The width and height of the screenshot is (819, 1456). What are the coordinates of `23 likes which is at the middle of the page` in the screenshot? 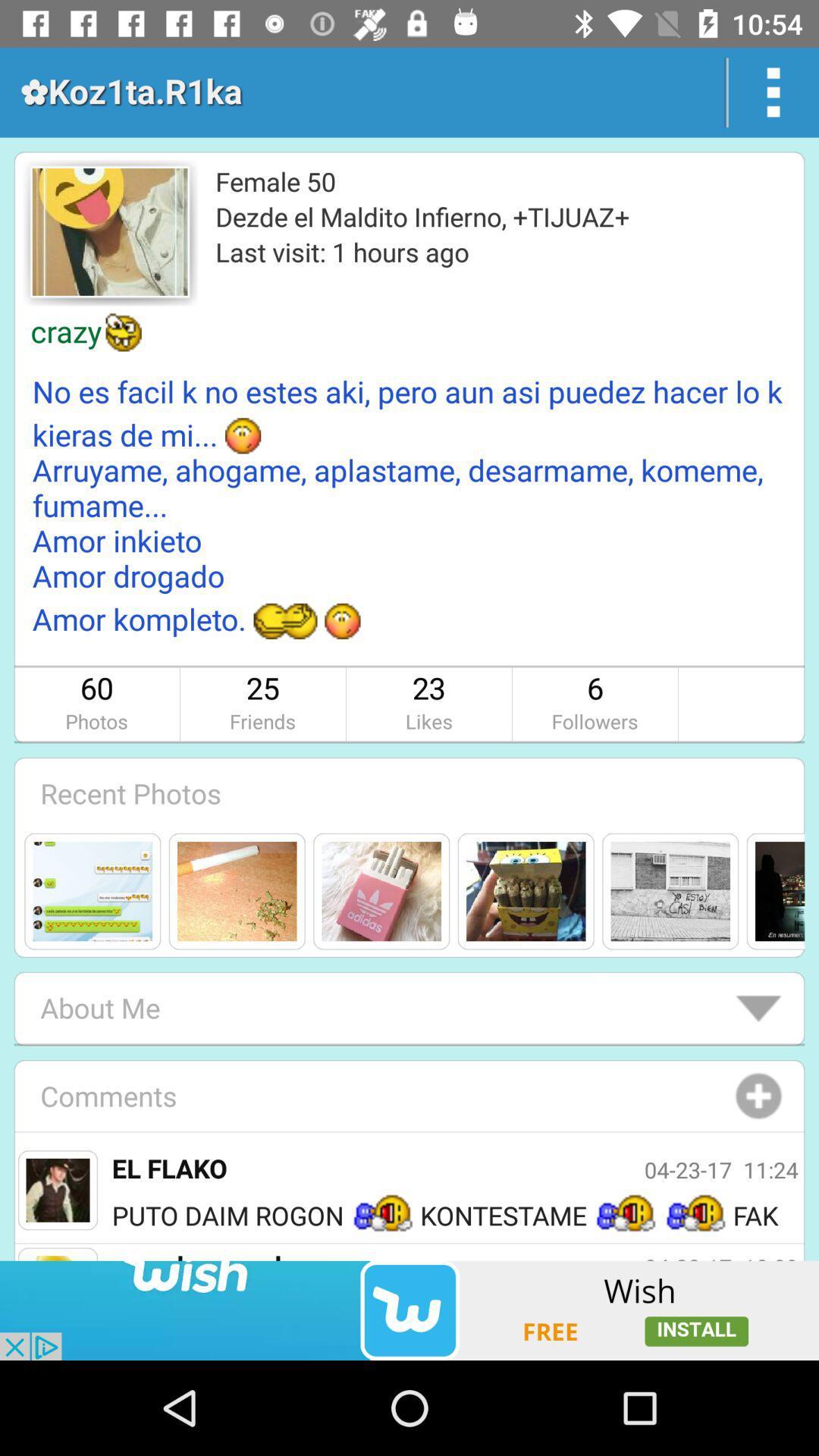 It's located at (429, 704).